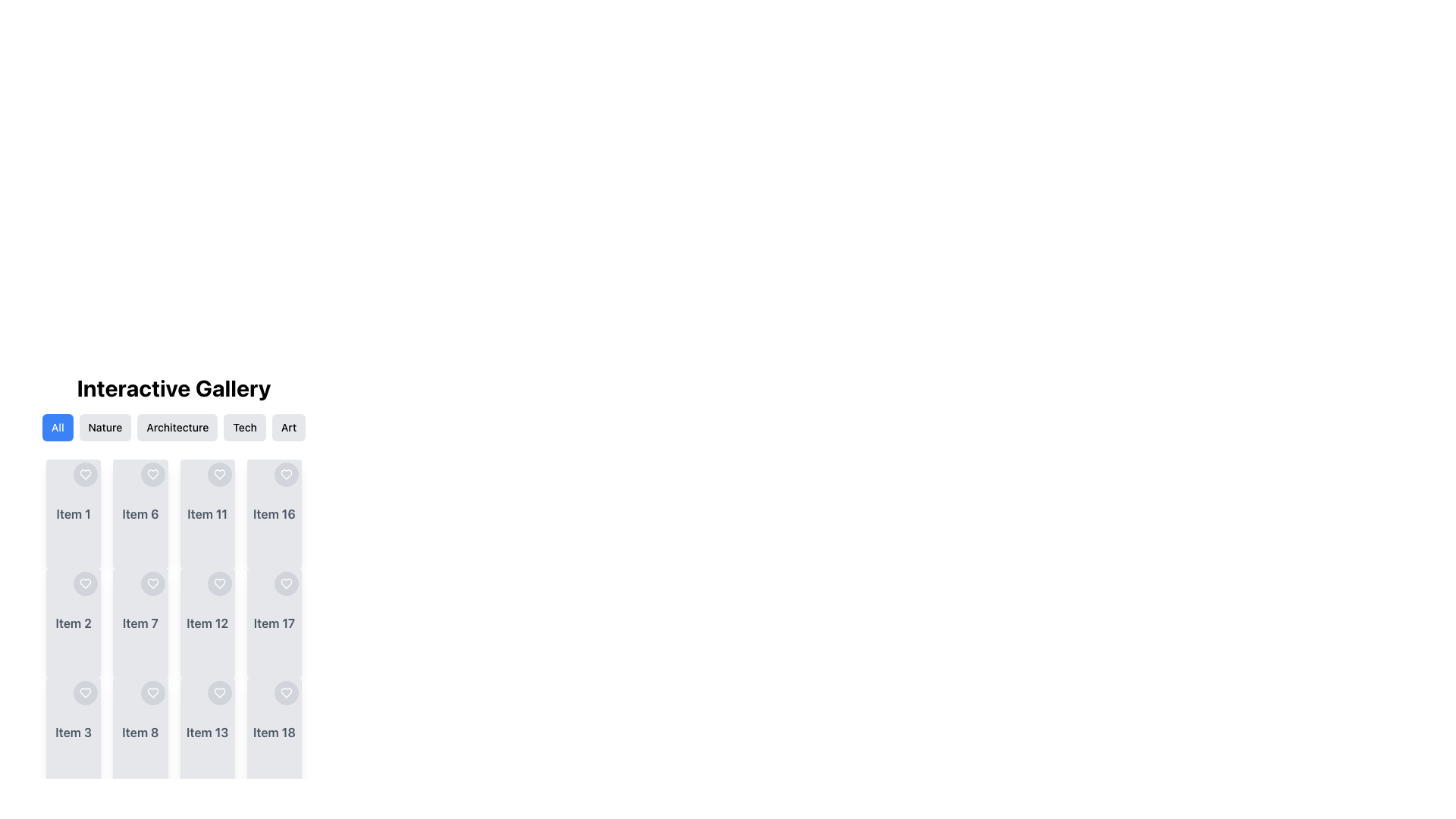 The height and width of the screenshot is (819, 1456). Describe the element at coordinates (152, 693) in the screenshot. I see `the favorite icon located in the second column of the gallery grid, in the second row` at that location.